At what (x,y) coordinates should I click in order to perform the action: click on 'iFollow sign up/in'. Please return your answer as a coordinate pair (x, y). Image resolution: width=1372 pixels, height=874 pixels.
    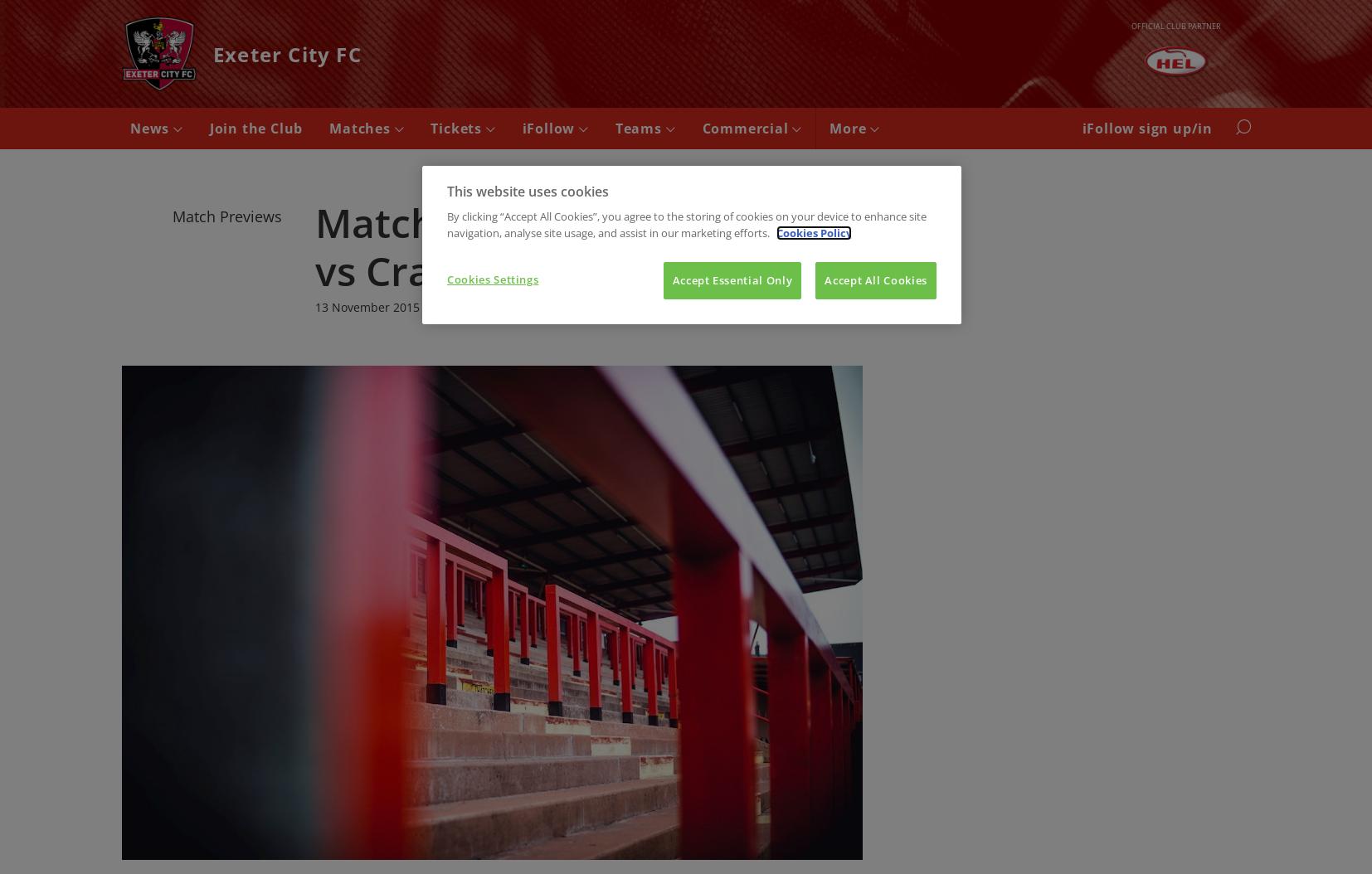
    Looking at the image, I should click on (1147, 129).